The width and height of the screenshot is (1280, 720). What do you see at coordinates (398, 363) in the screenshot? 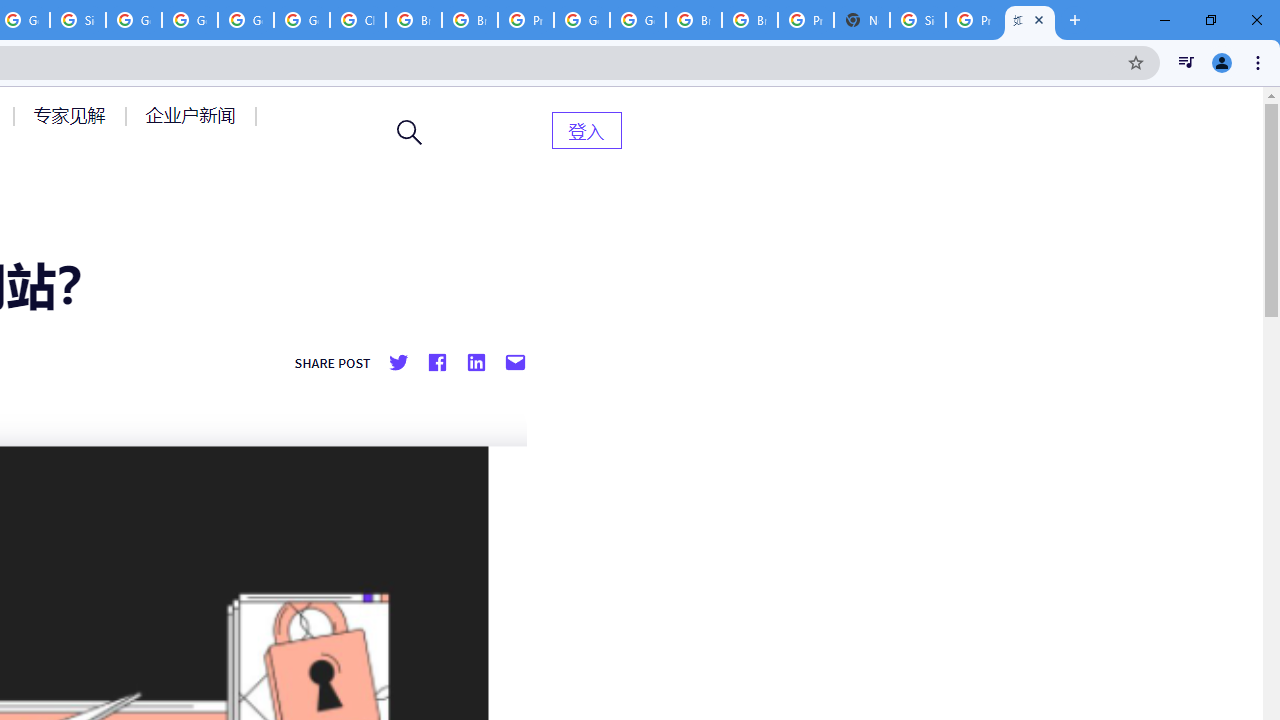
I see `'Share on twitter'` at bounding box center [398, 363].